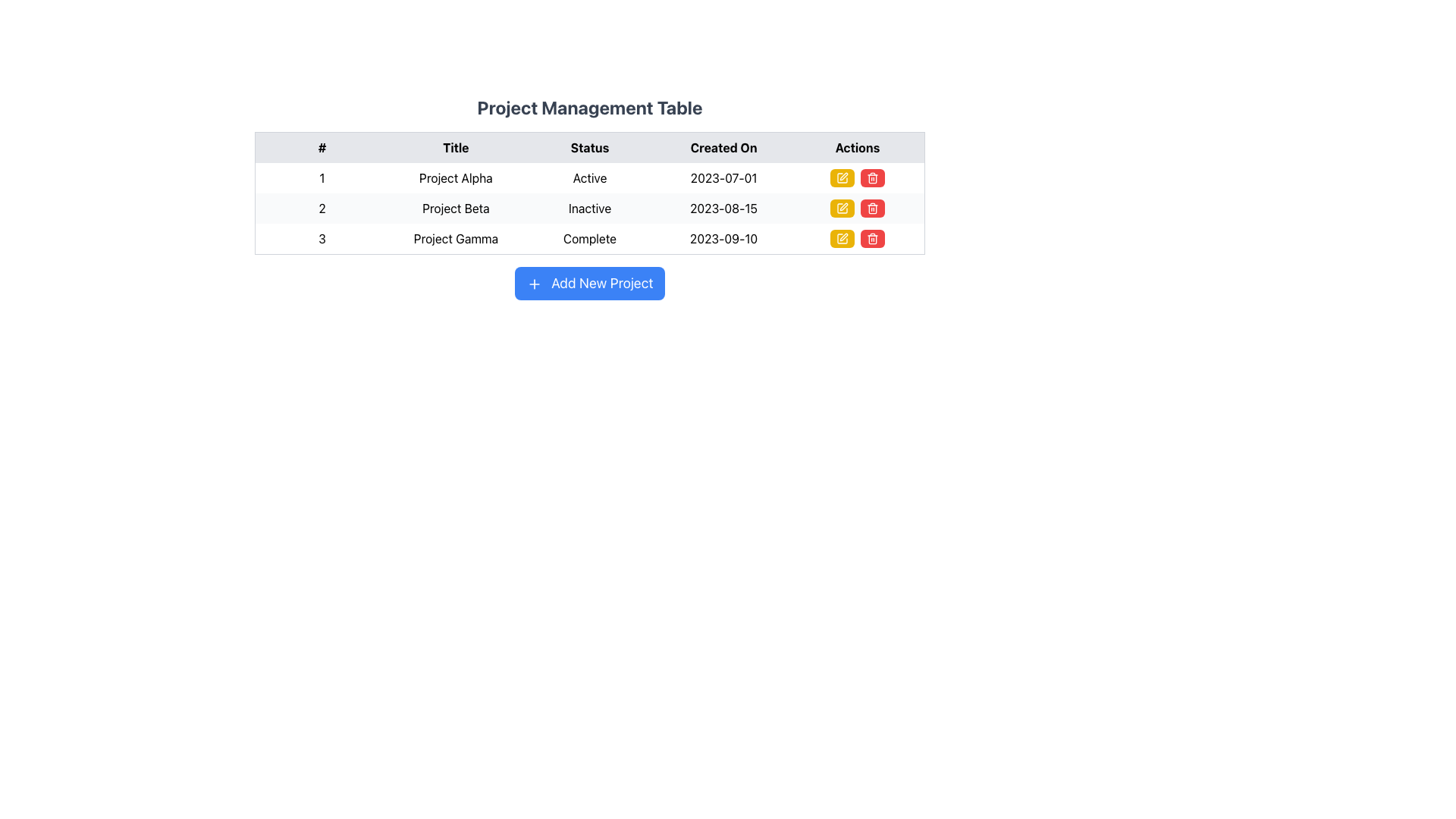 The width and height of the screenshot is (1456, 819). Describe the element at coordinates (723, 147) in the screenshot. I see `the 'Created On' text label, which is styled in bold black font on a light gray background and serves as a header in the Project Management Table` at that location.